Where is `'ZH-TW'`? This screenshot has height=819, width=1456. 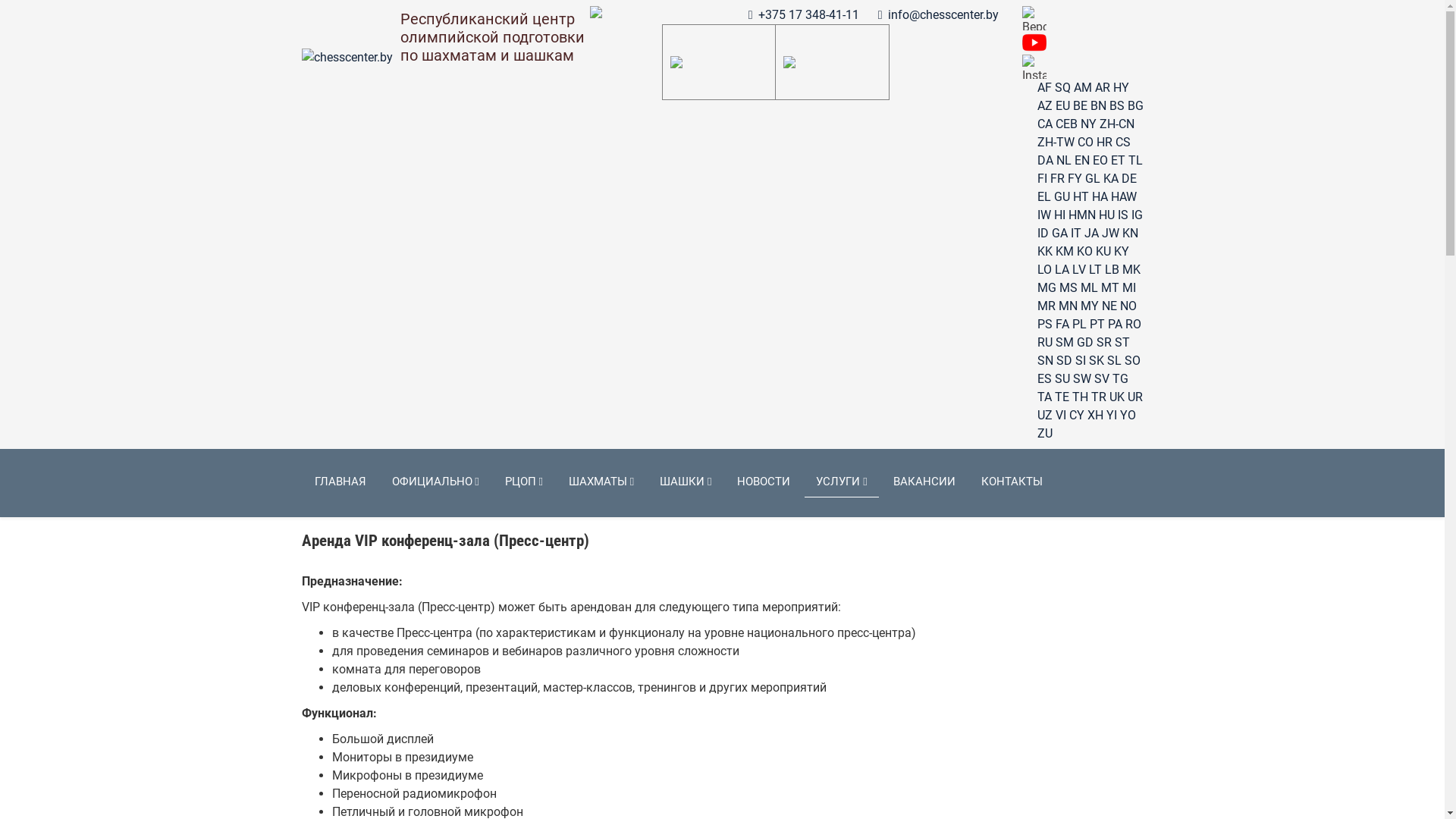 'ZH-TW' is located at coordinates (1055, 142).